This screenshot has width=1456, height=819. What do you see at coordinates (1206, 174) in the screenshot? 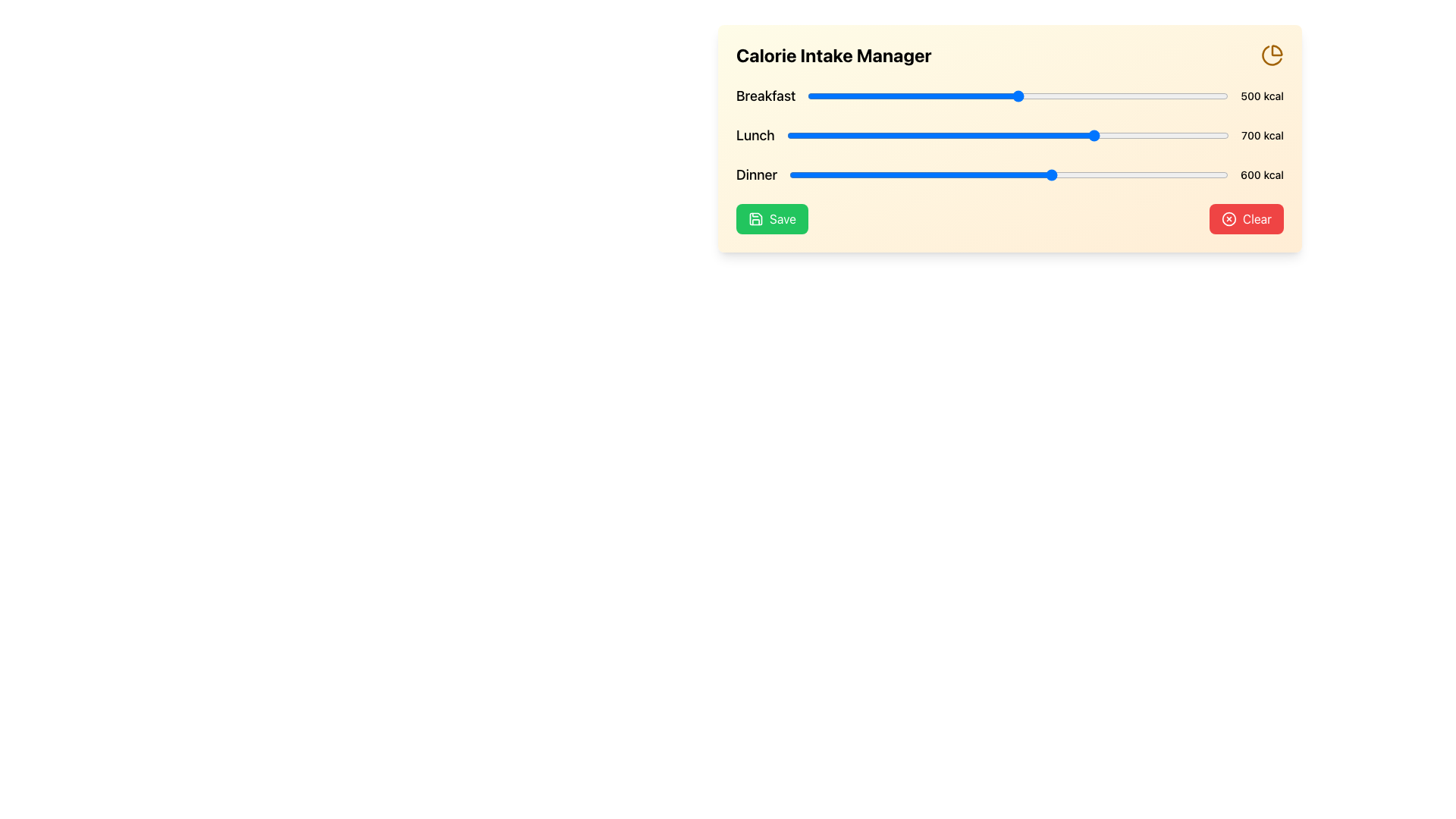
I see `the dinner calorie intake slider` at bounding box center [1206, 174].